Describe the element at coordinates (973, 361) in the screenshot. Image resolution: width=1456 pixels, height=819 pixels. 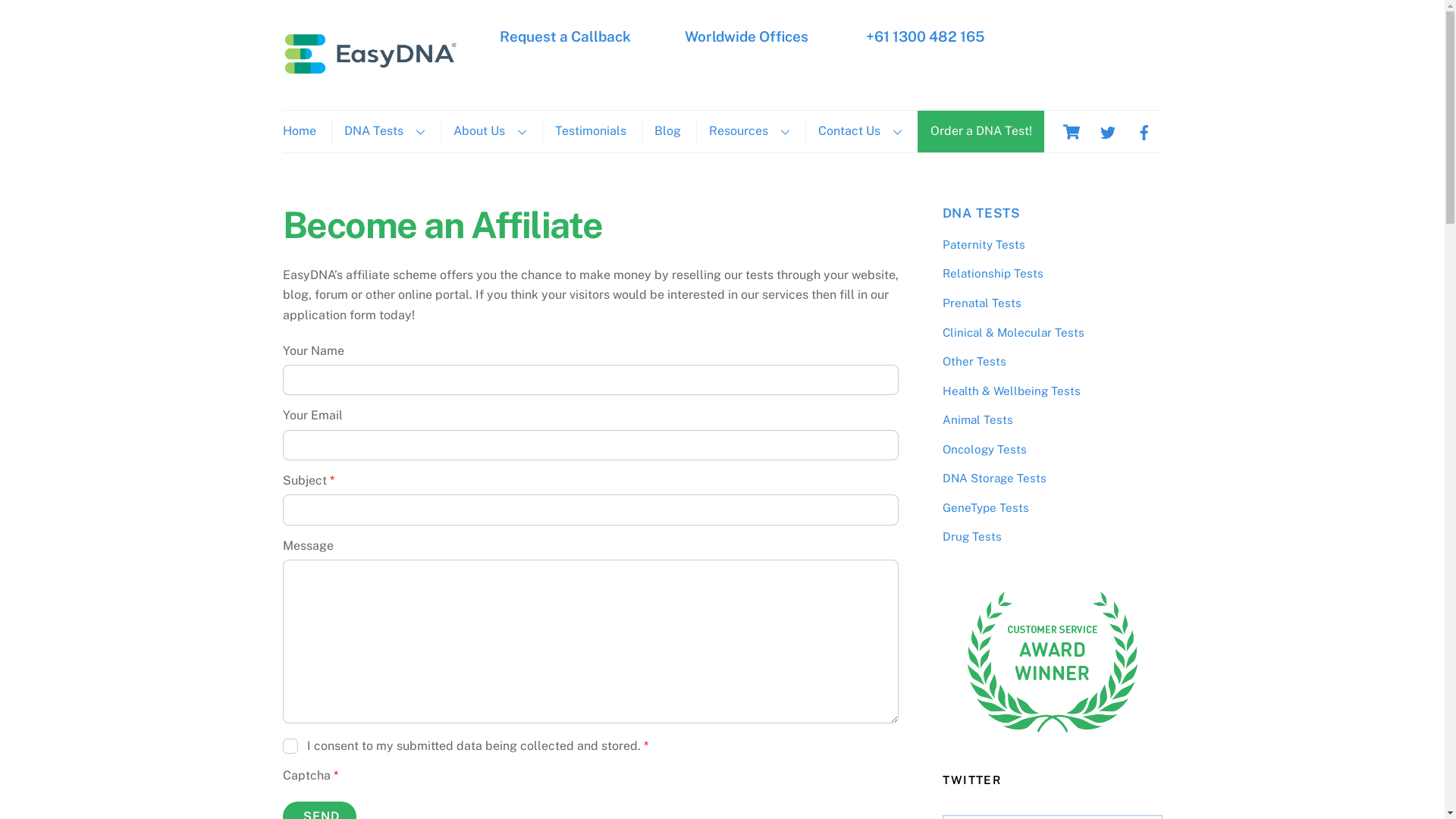
I see `'Other Tests'` at that location.